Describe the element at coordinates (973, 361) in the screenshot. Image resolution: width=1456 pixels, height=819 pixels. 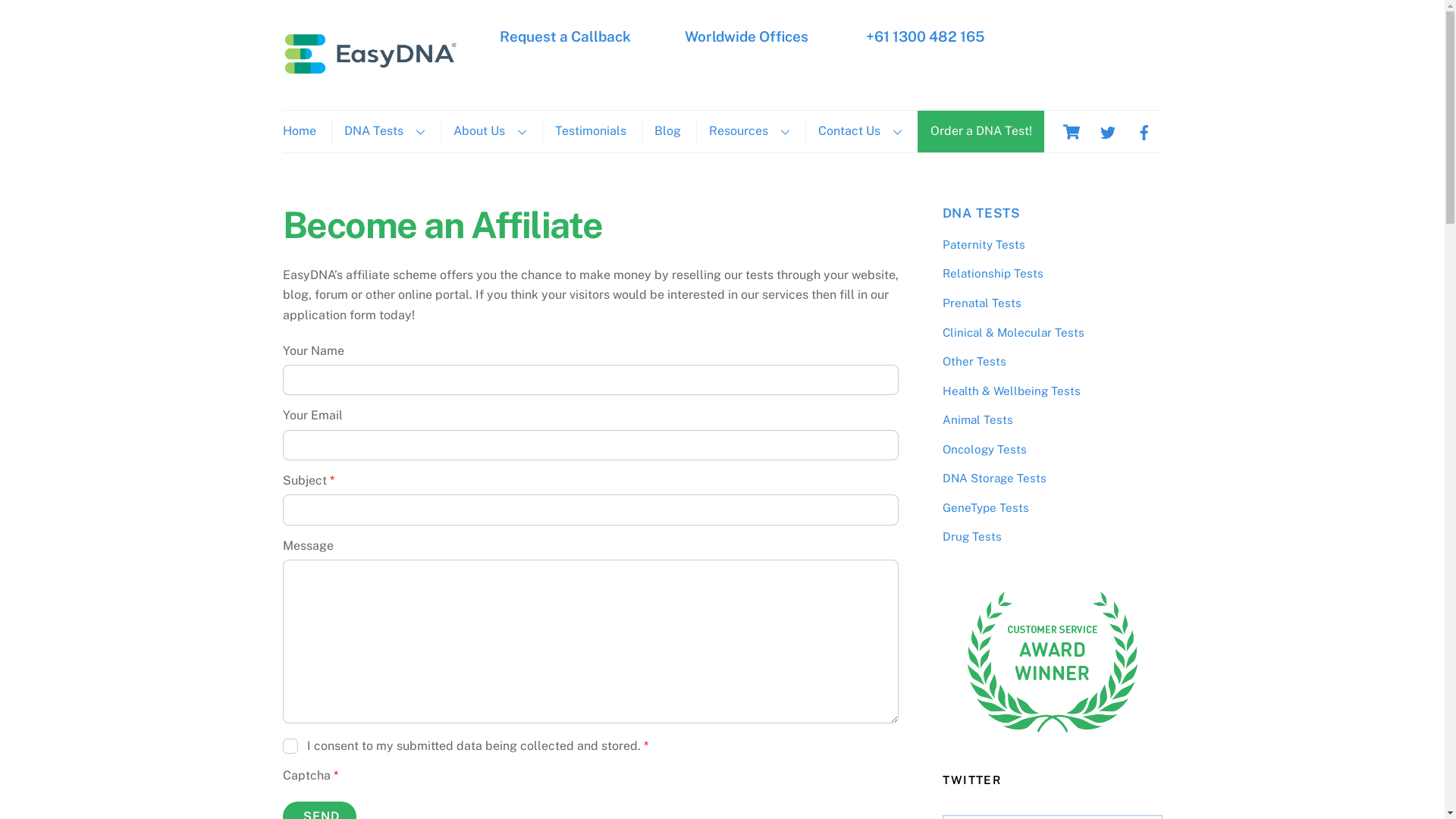
I see `'Other Tests'` at that location.